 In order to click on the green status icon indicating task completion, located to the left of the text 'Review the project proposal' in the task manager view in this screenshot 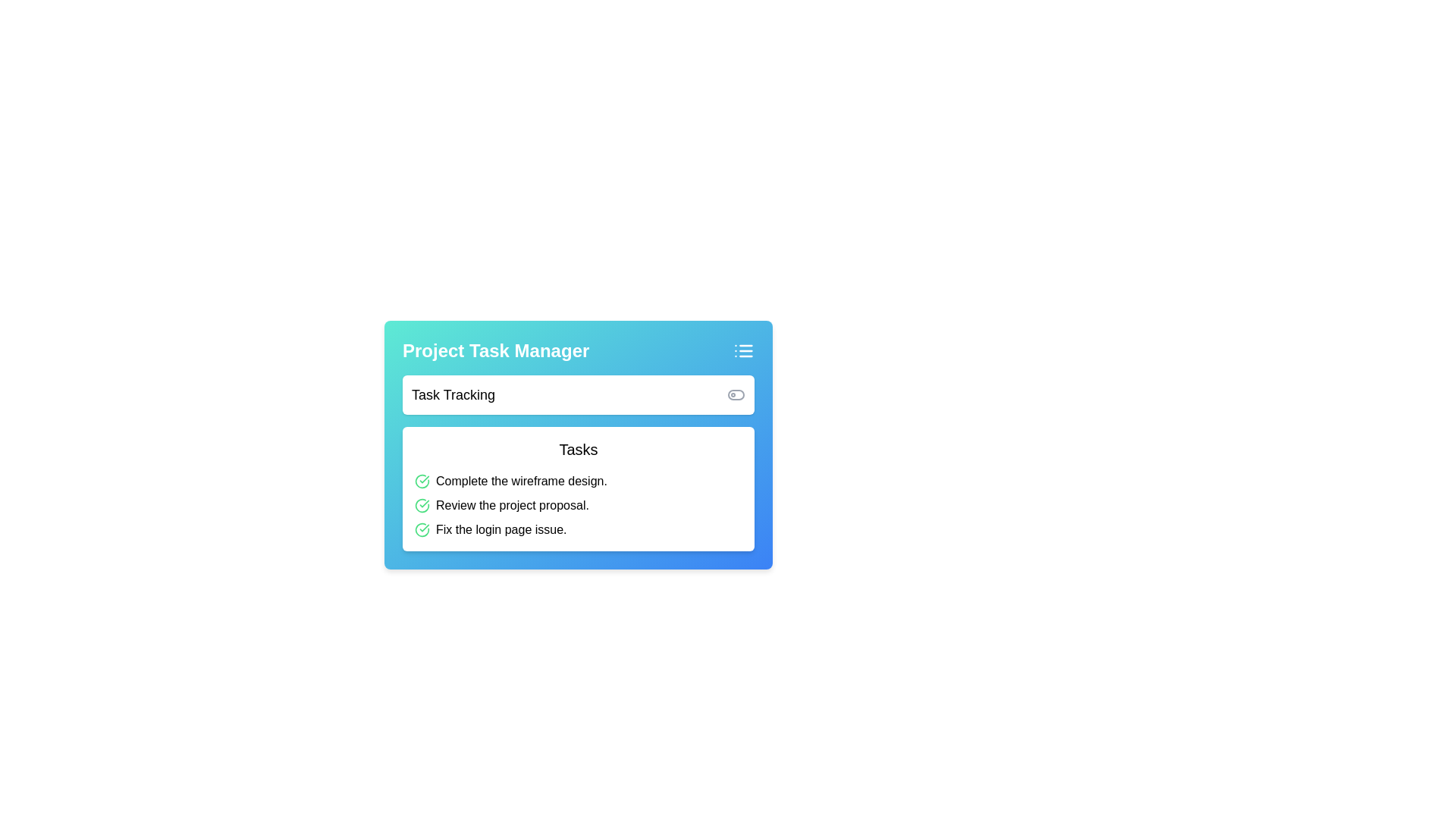, I will do `click(422, 506)`.